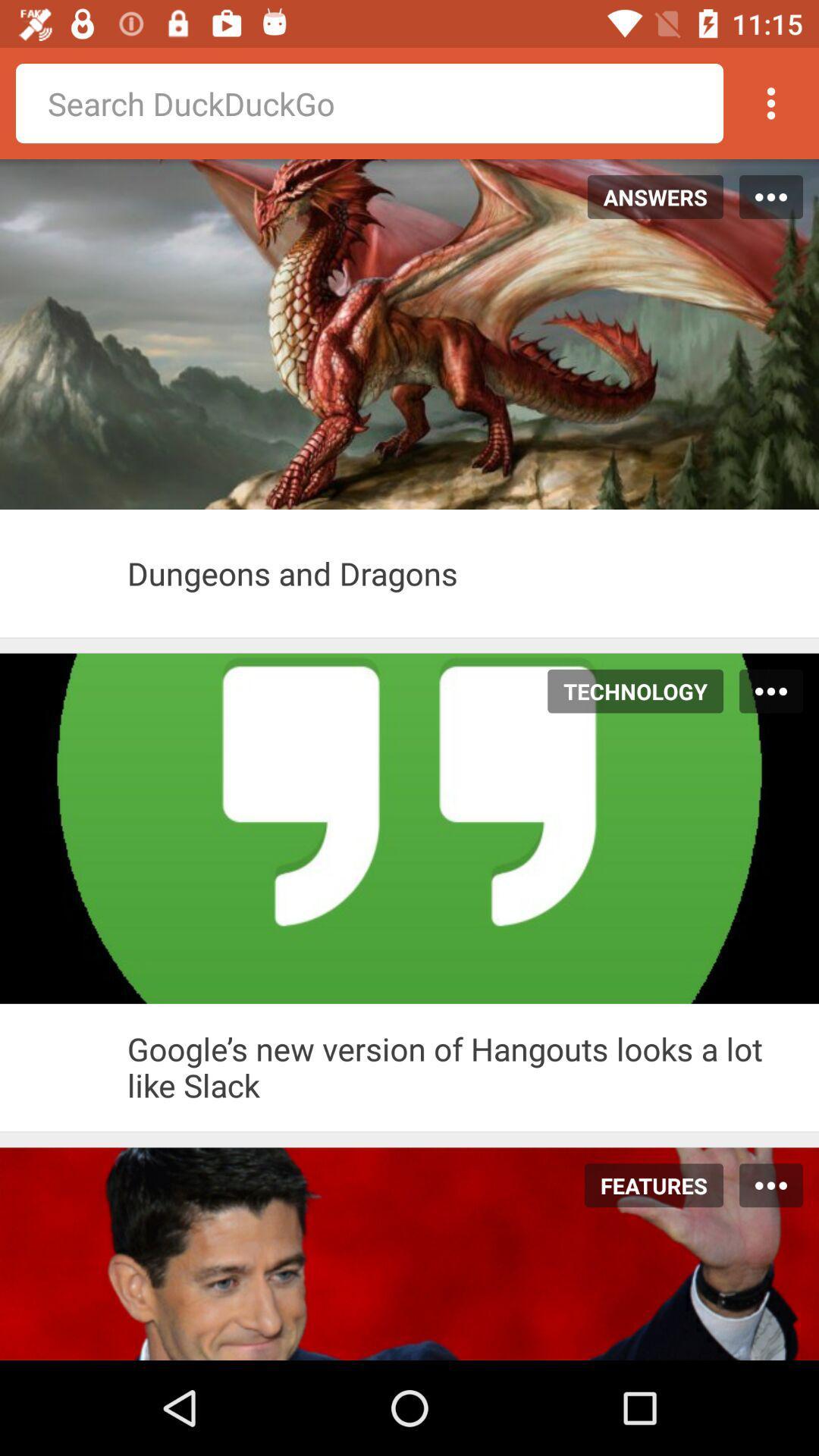  Describe the element at coordinates (771, 102) in the screenshot. I see `settings button` at that location.